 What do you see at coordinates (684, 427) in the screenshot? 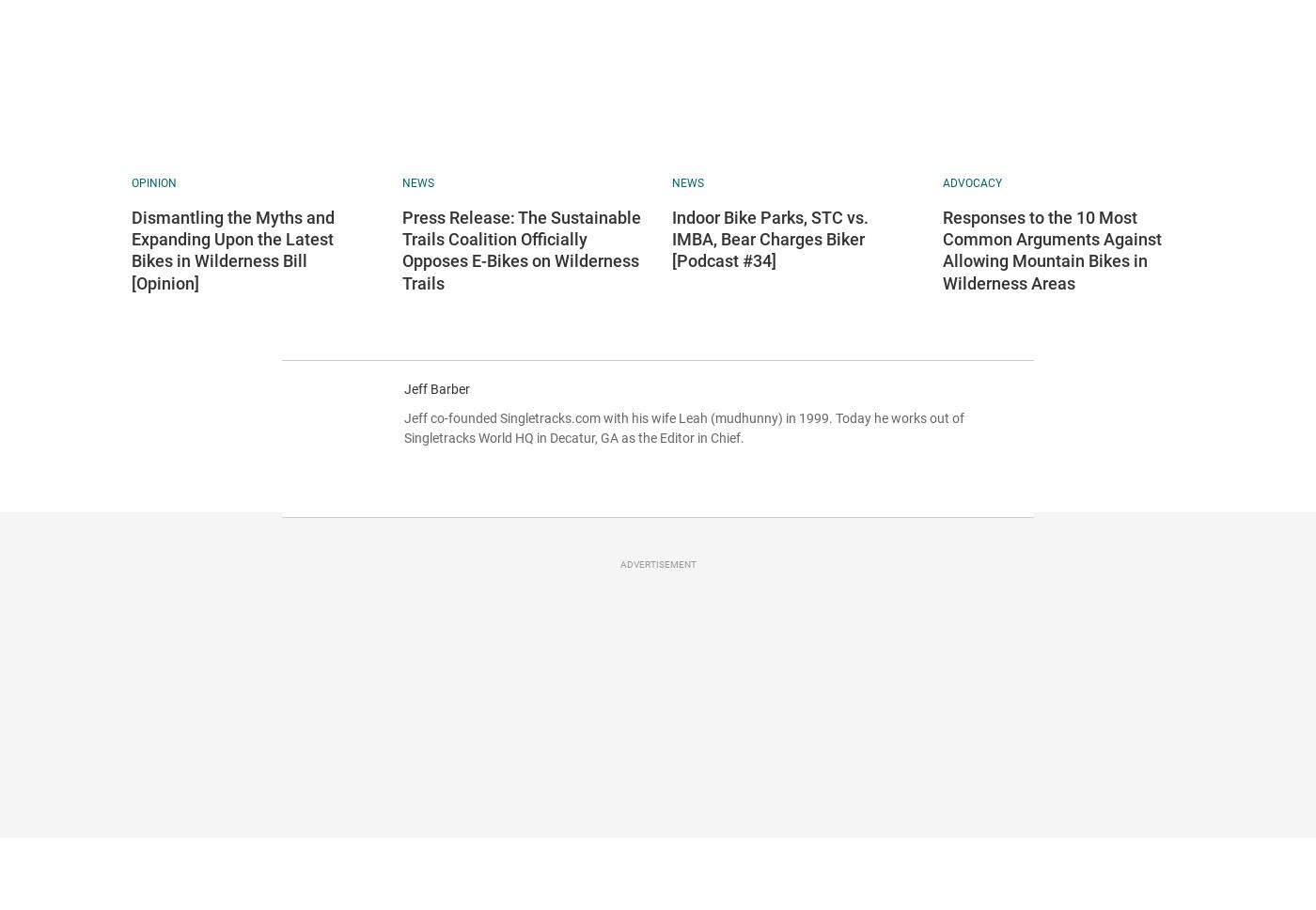
I see `'Jeff co-founded Singletracks.com with his wife Leah (mudhunny) in 1999. Today he works out of Singletracks World HQ in Decatur, GA as the Editor in Chief.'` at bounding box center [684, 427].